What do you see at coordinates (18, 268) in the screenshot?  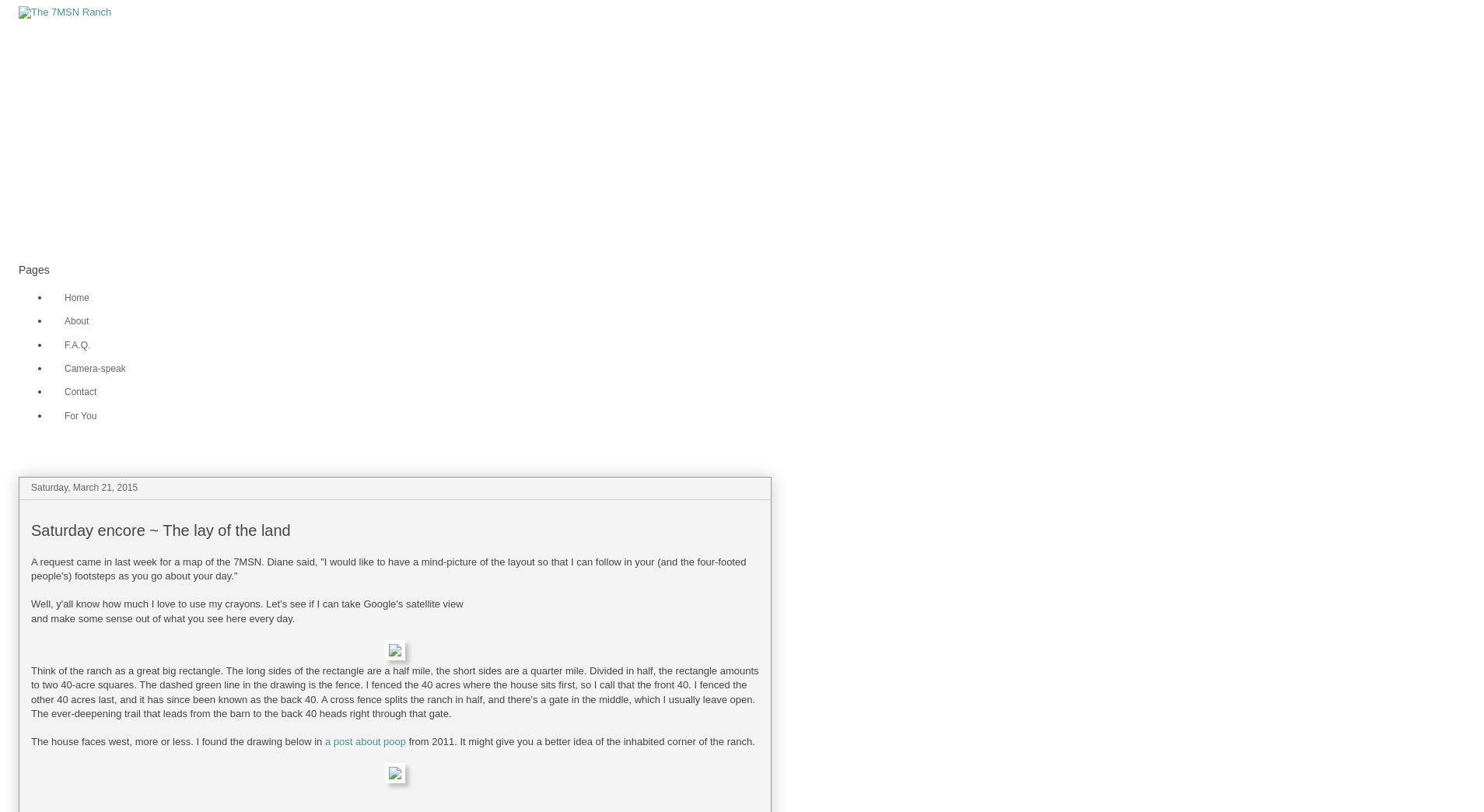 I see `'Pages'` at bounding box center [18, 268].